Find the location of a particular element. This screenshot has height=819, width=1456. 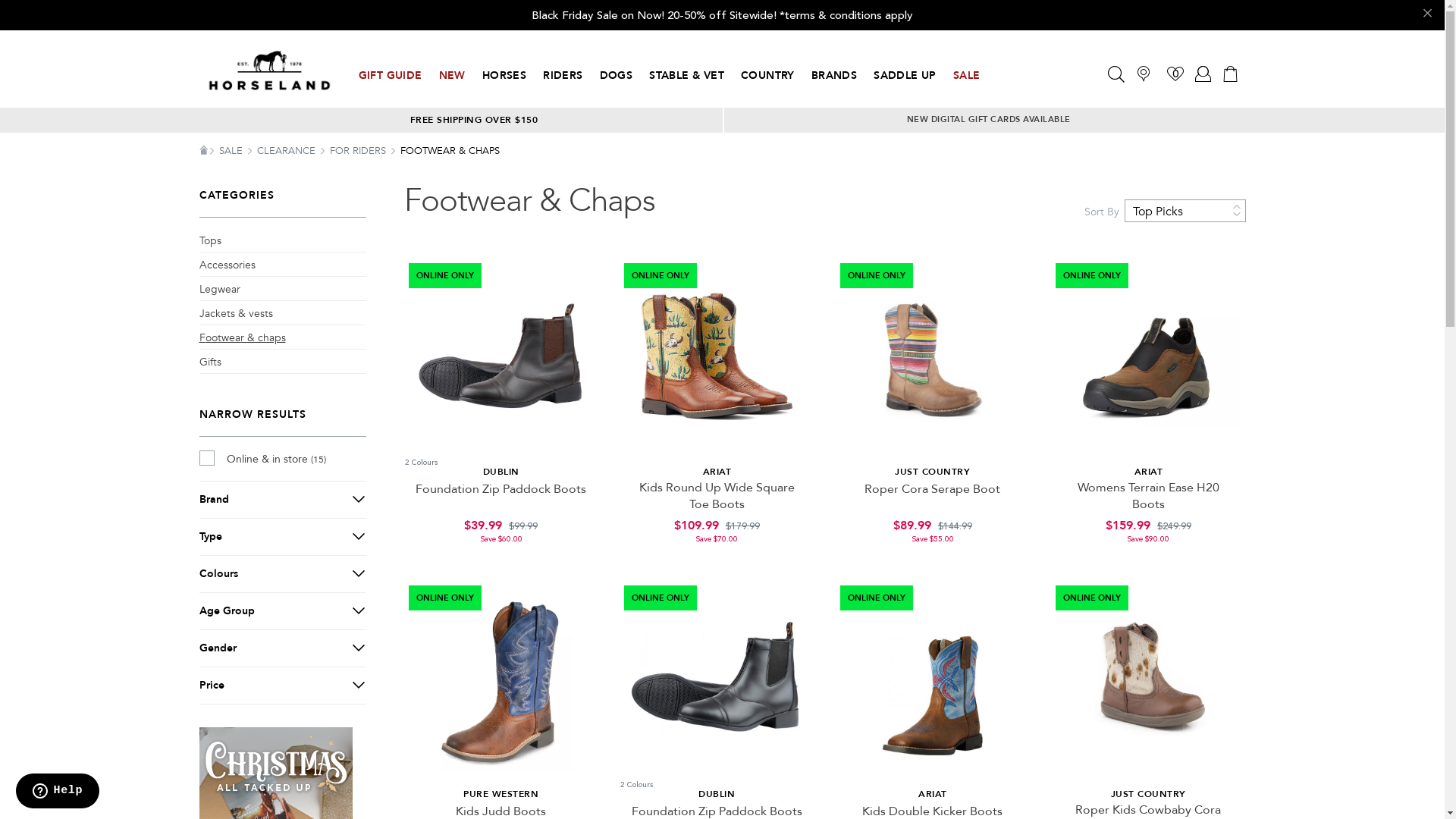

'x' is located at coordinates (1425, 14).